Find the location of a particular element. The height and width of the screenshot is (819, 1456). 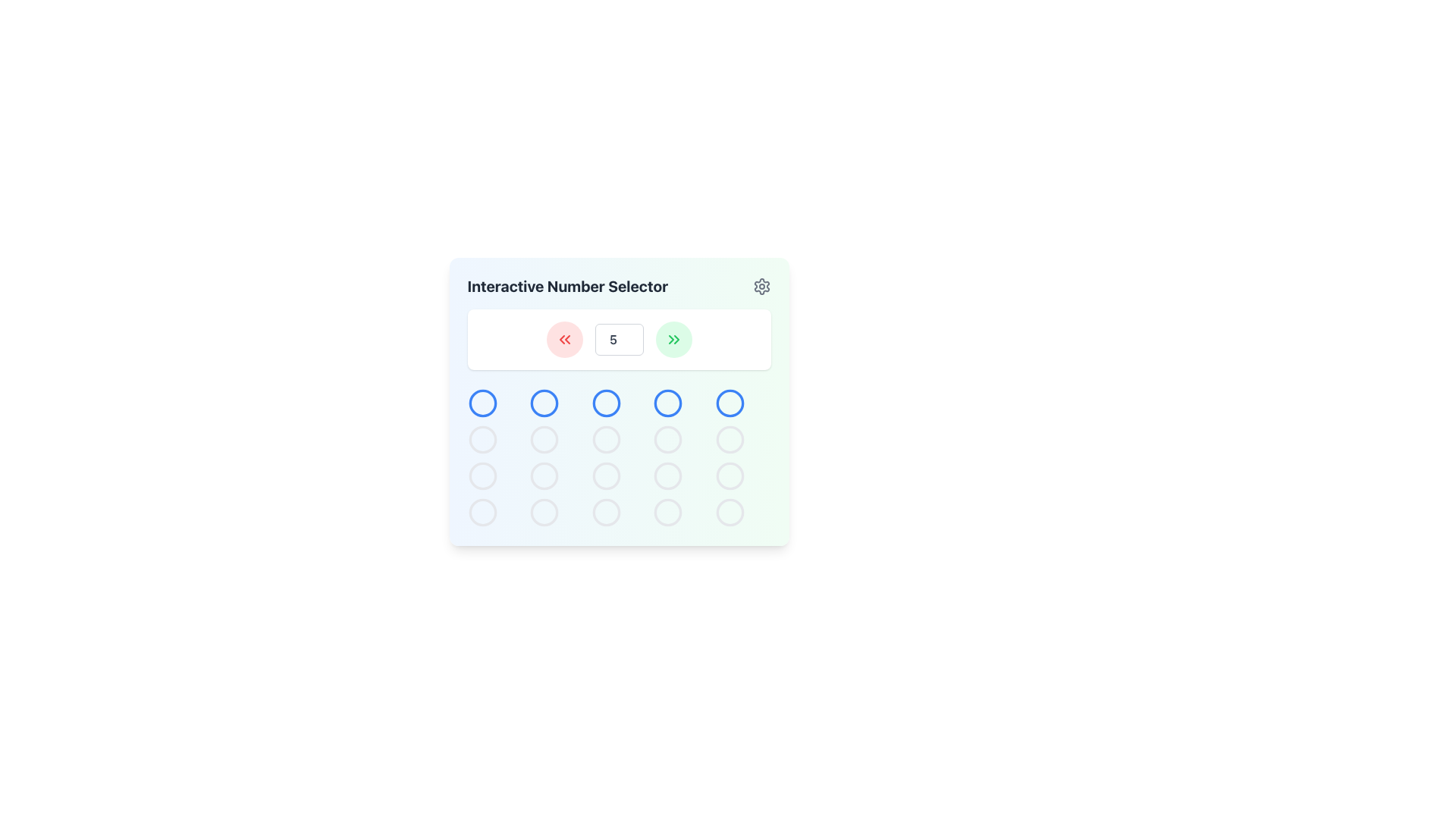

the small circular graphic element with a blue outline and a white interior, which is the second circle in the first row of a grid of circles is located at coordinates (544, 403).